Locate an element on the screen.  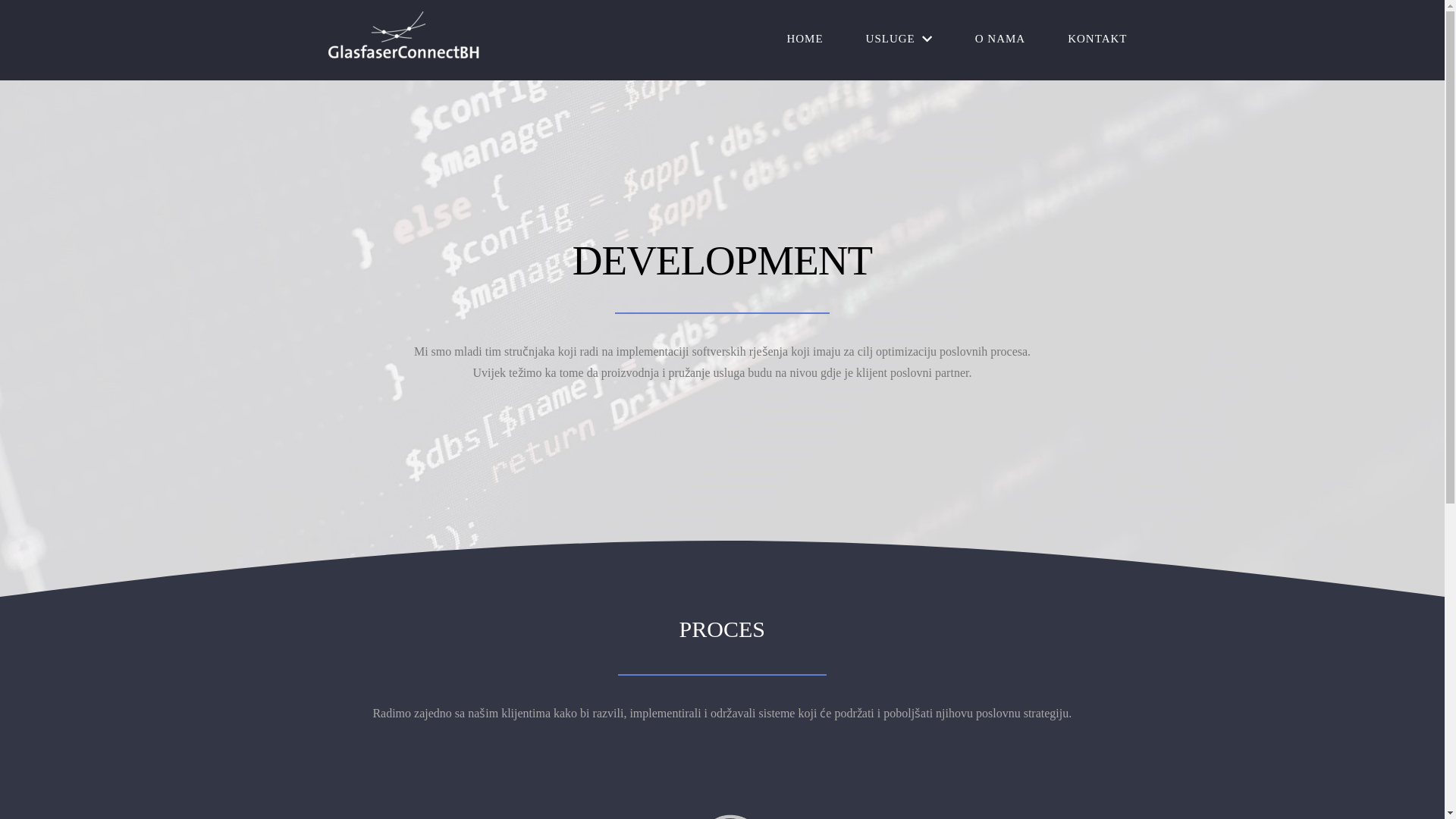
'KONTAKT' is located at coordinates (1097, 37).